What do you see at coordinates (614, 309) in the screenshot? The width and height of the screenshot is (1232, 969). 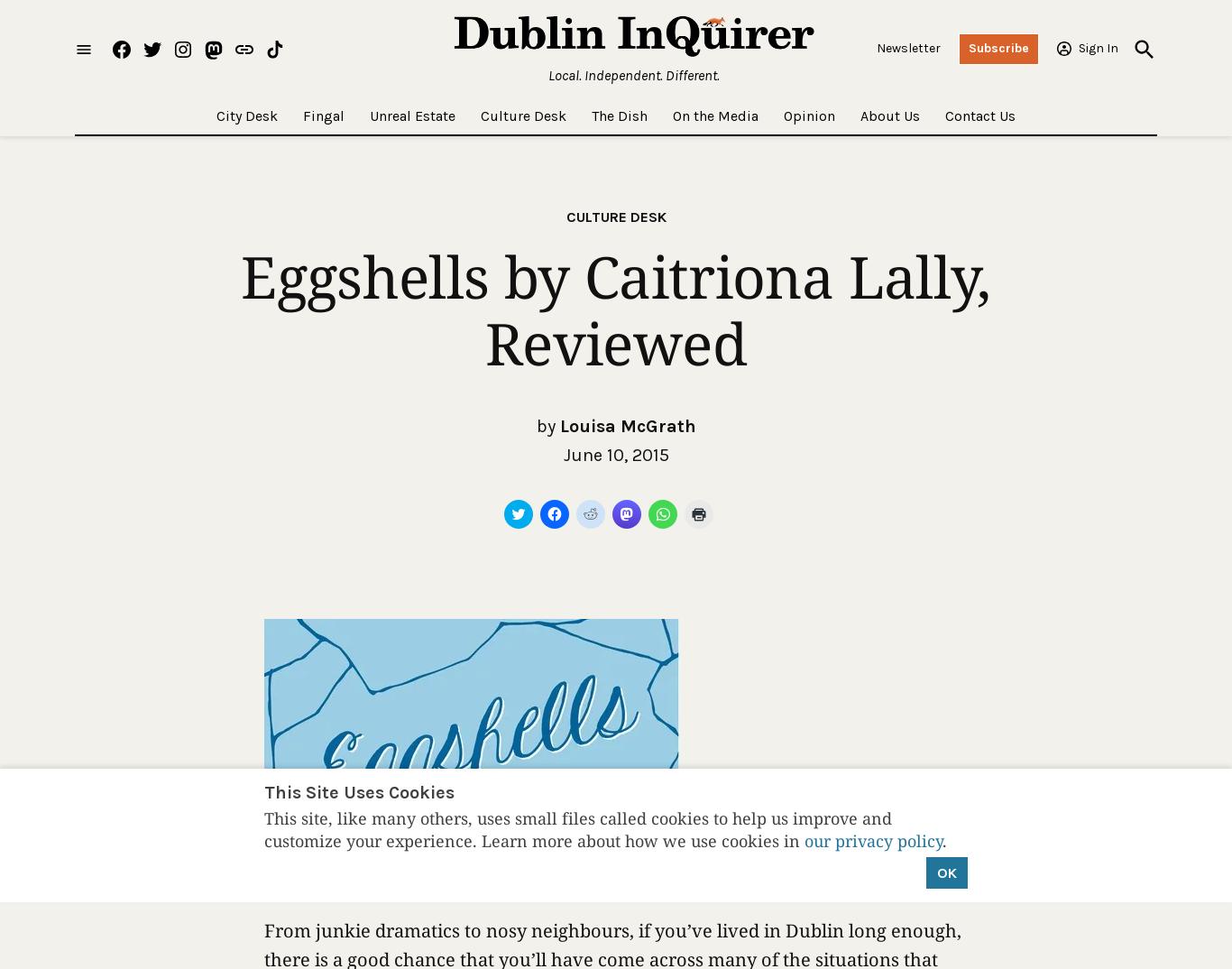 I see `'Eggshells by Caitriona Lally, Reviewed'` at bounding box center [614, 309].